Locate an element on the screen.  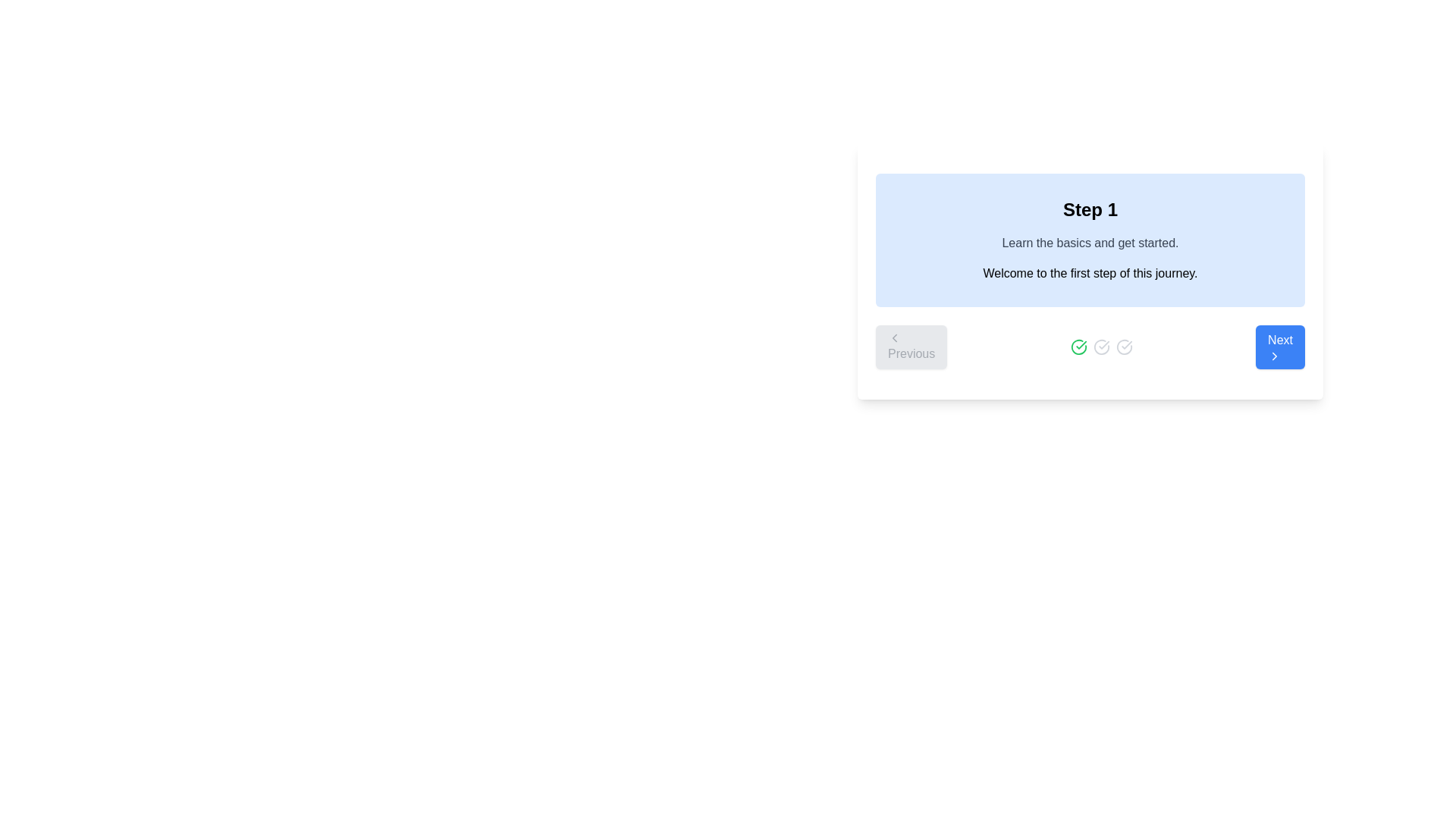
the informational box that provides a brief description and welcomes the user to the process, positioned above the navigation section containing 'Previous' and 'Next' buttons is located at coordinates (1090, 239).